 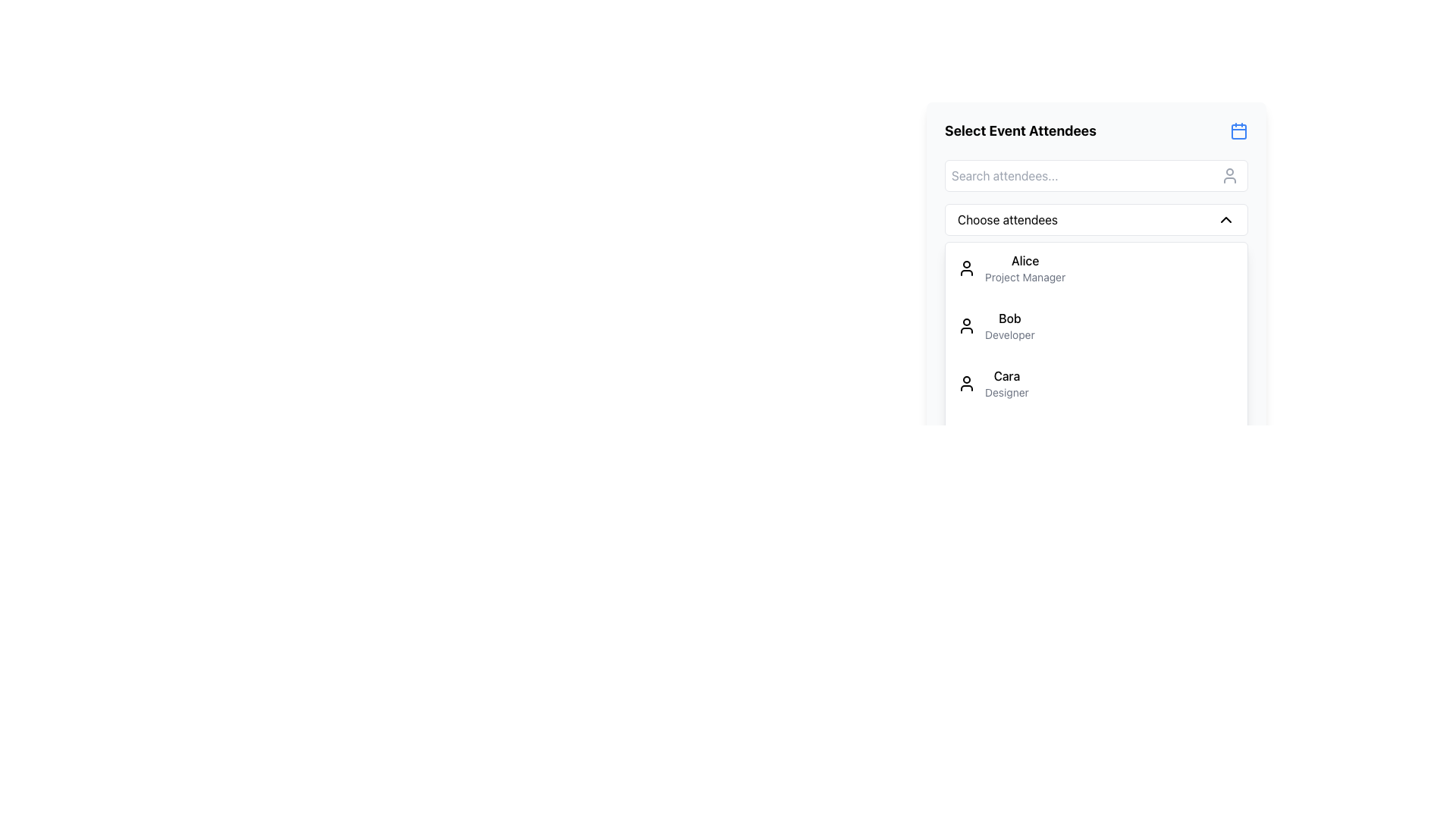 What do you see at coordinates (1006, 391) in the screenshot?
I see `the text label displaying 'Designer', which is styled in a small gray font and positioned directly below 'Cara' in the attendees' list` at bounding box center [1006, 391].